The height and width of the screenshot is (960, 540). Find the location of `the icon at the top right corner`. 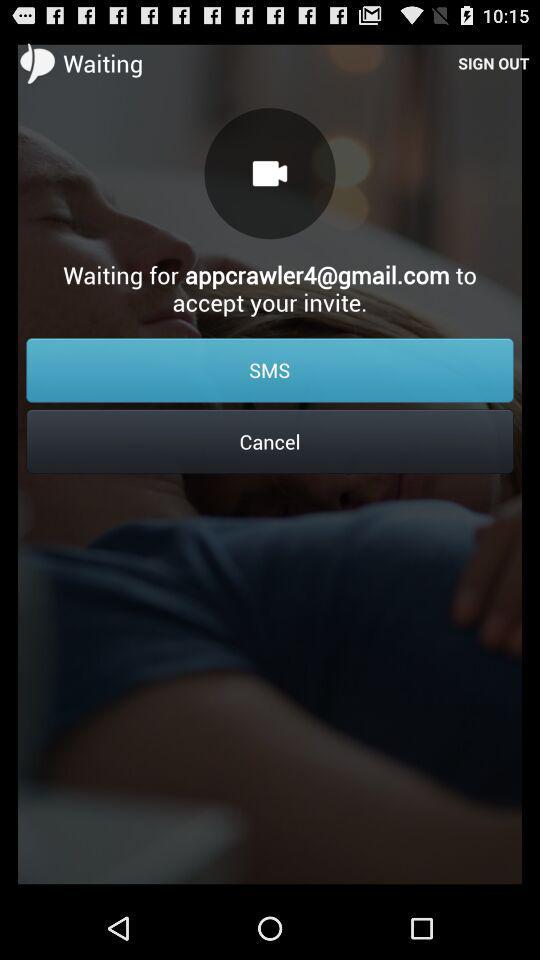

the icon at the top right corner is located at coordinates (492, 62).